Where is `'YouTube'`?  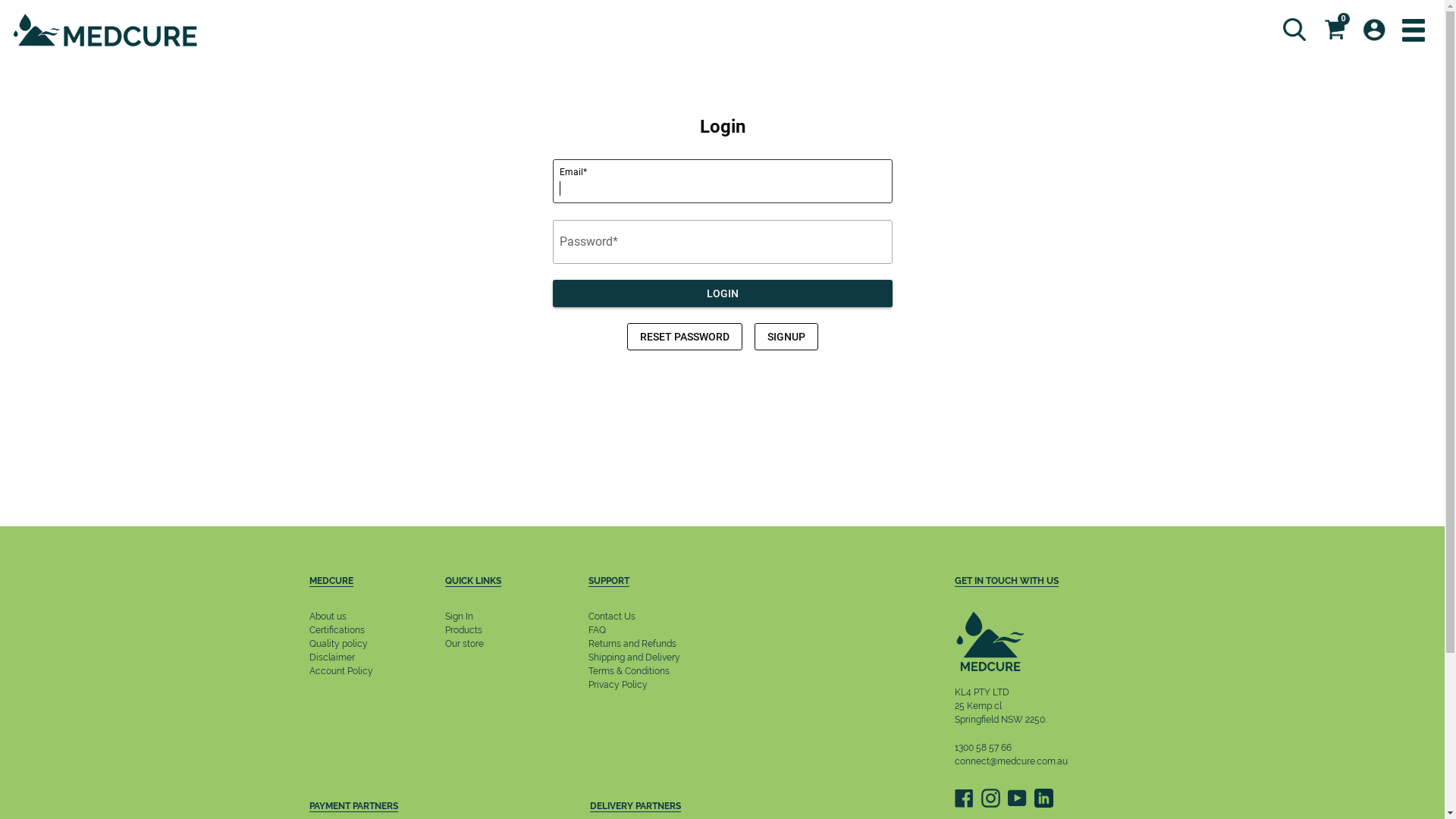 'YouTube' is located at coordinates (1016, 797).